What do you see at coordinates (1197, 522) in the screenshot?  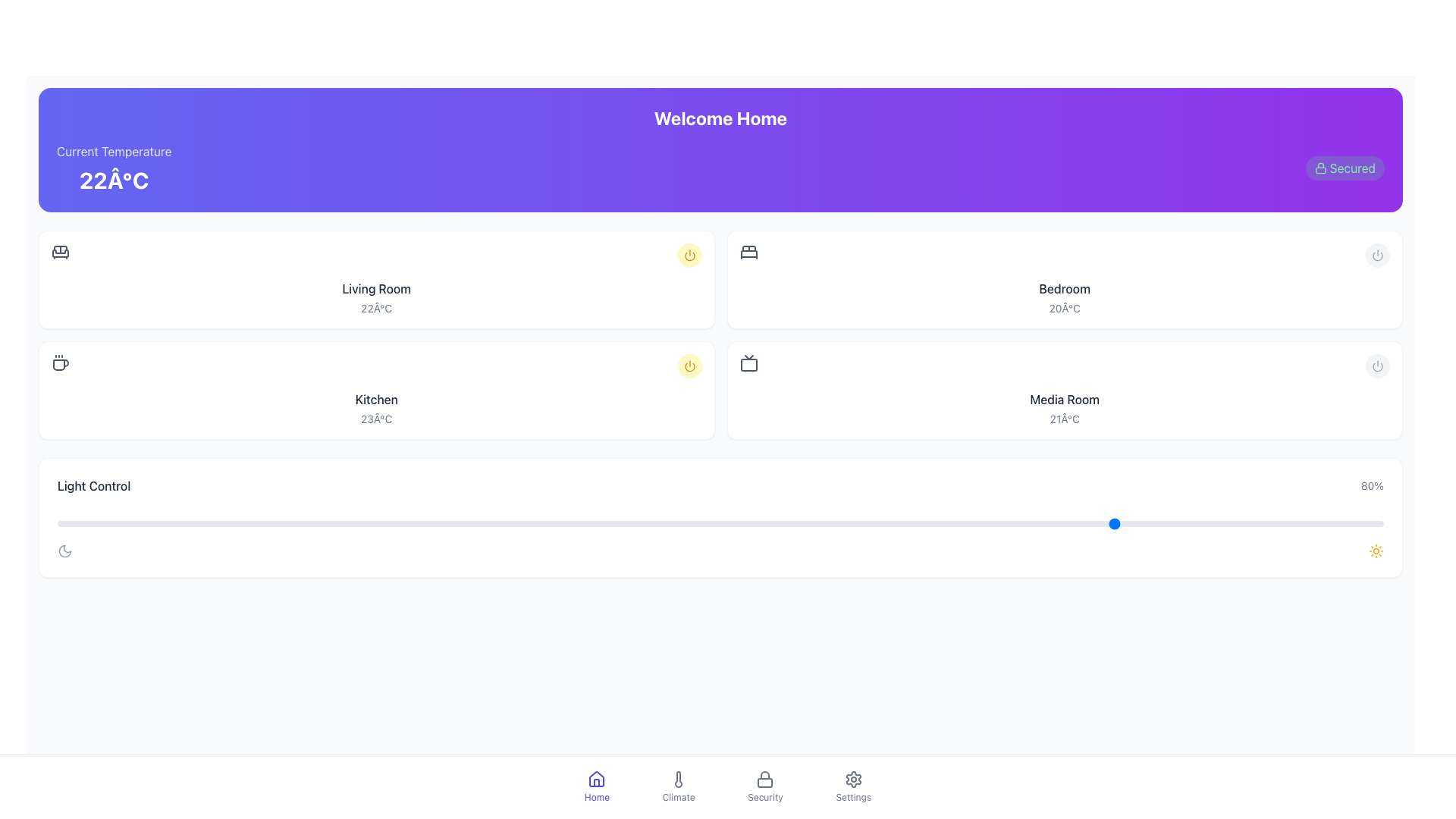 I see `the slider` at bounding box center [1197, 522].